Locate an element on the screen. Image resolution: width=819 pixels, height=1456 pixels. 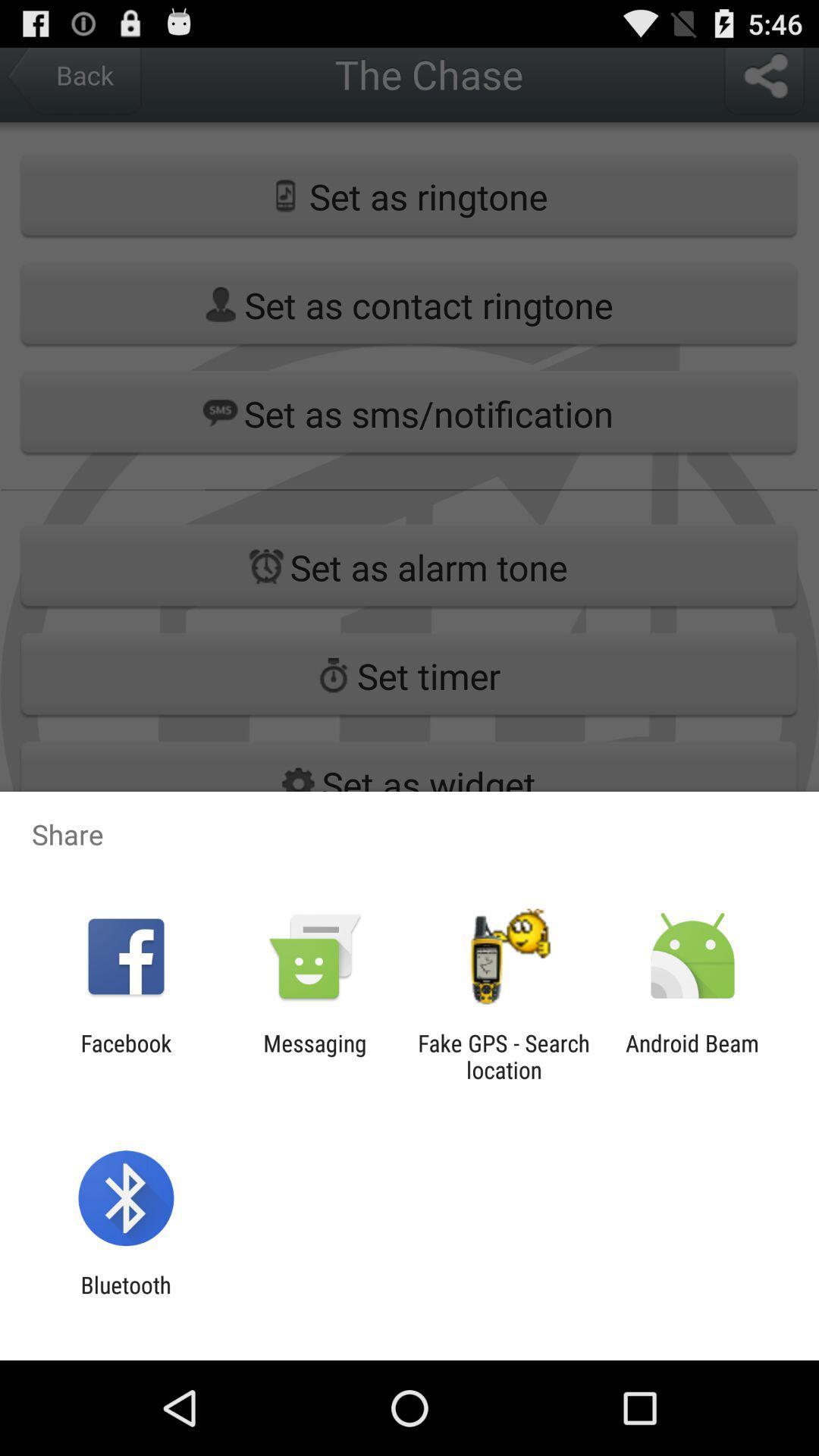
the item next to the android beam app is located at coordinates (504, 1056).